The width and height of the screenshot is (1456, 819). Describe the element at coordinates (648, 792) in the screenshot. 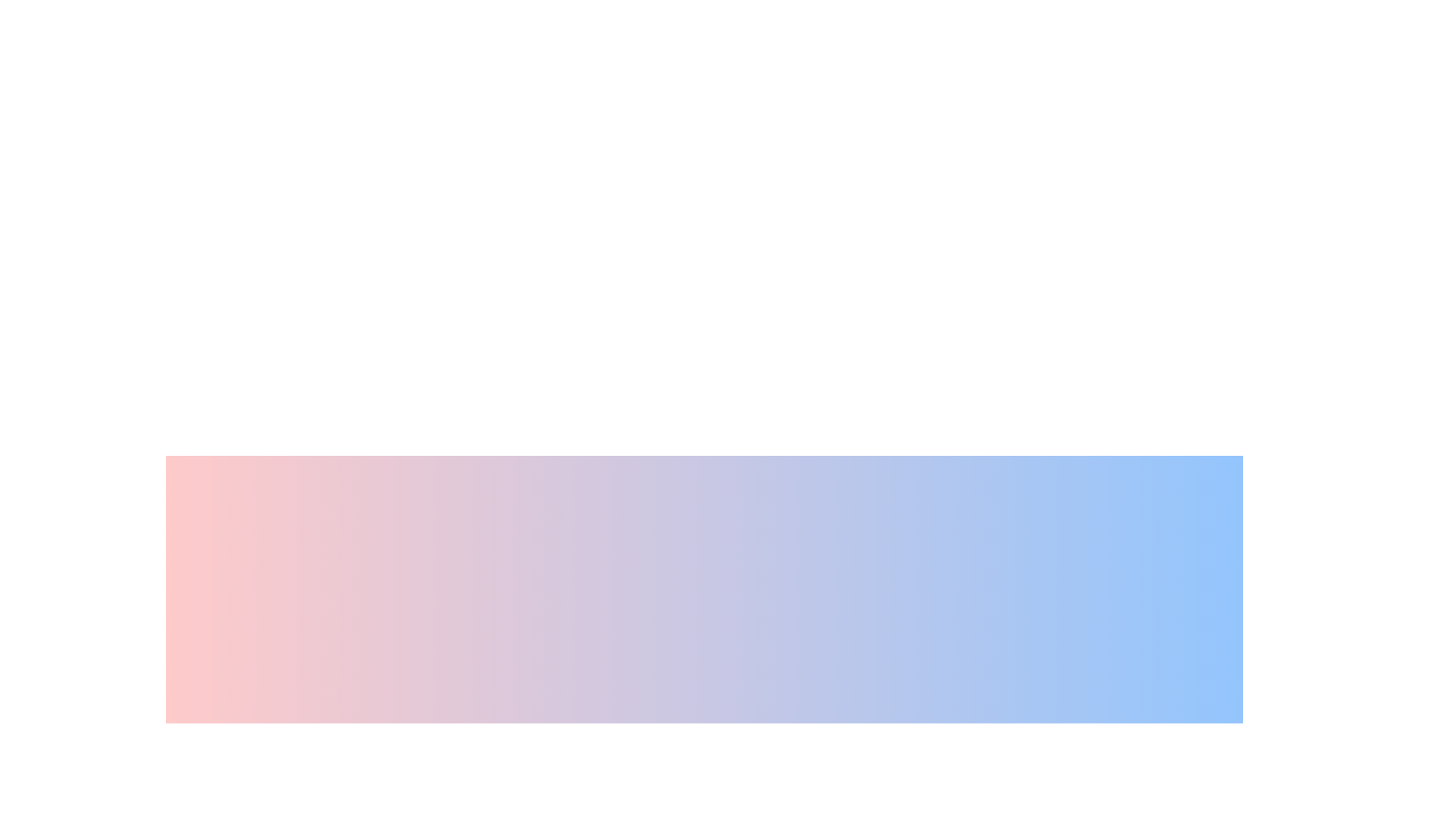

I see `the circular SVG element located at the center of the globe icon` at that location.